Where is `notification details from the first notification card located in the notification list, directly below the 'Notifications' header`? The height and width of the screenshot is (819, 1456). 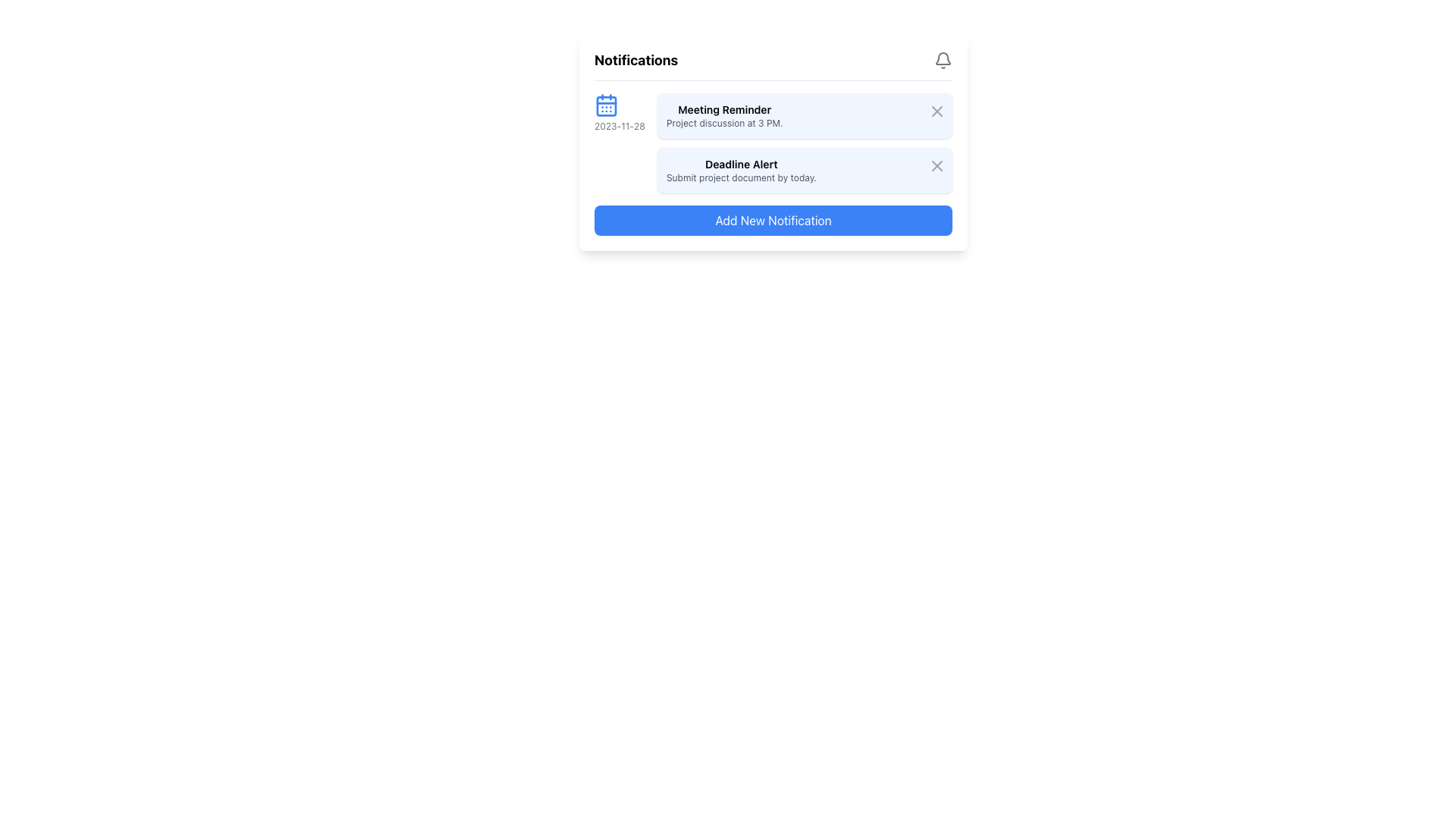 notification details from the first notification card located in the notification list, directly below the 'Notifications' header is located at coordinates (723, 115).